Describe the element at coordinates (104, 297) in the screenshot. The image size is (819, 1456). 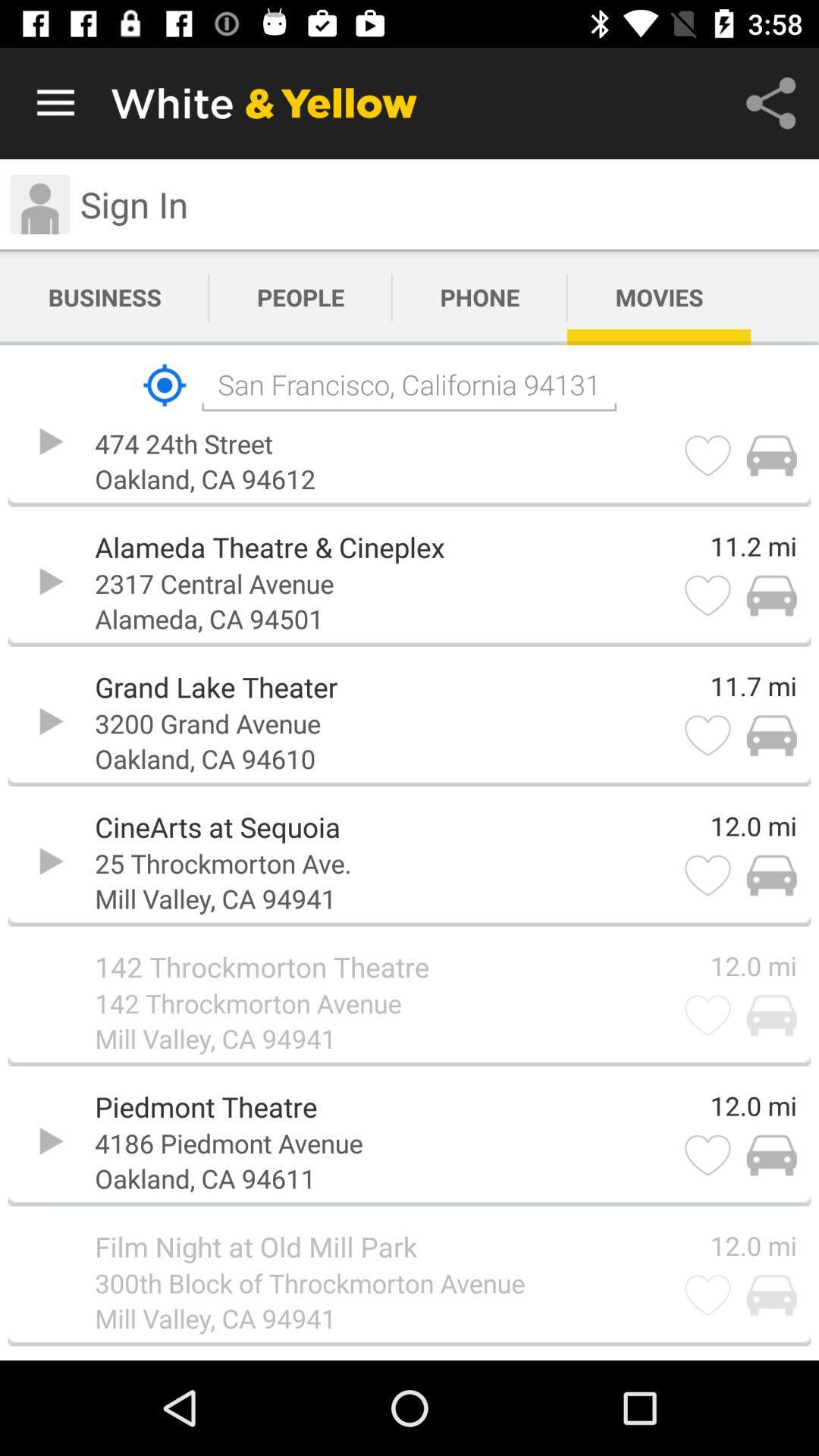
I see `app next to people icon` at that location.